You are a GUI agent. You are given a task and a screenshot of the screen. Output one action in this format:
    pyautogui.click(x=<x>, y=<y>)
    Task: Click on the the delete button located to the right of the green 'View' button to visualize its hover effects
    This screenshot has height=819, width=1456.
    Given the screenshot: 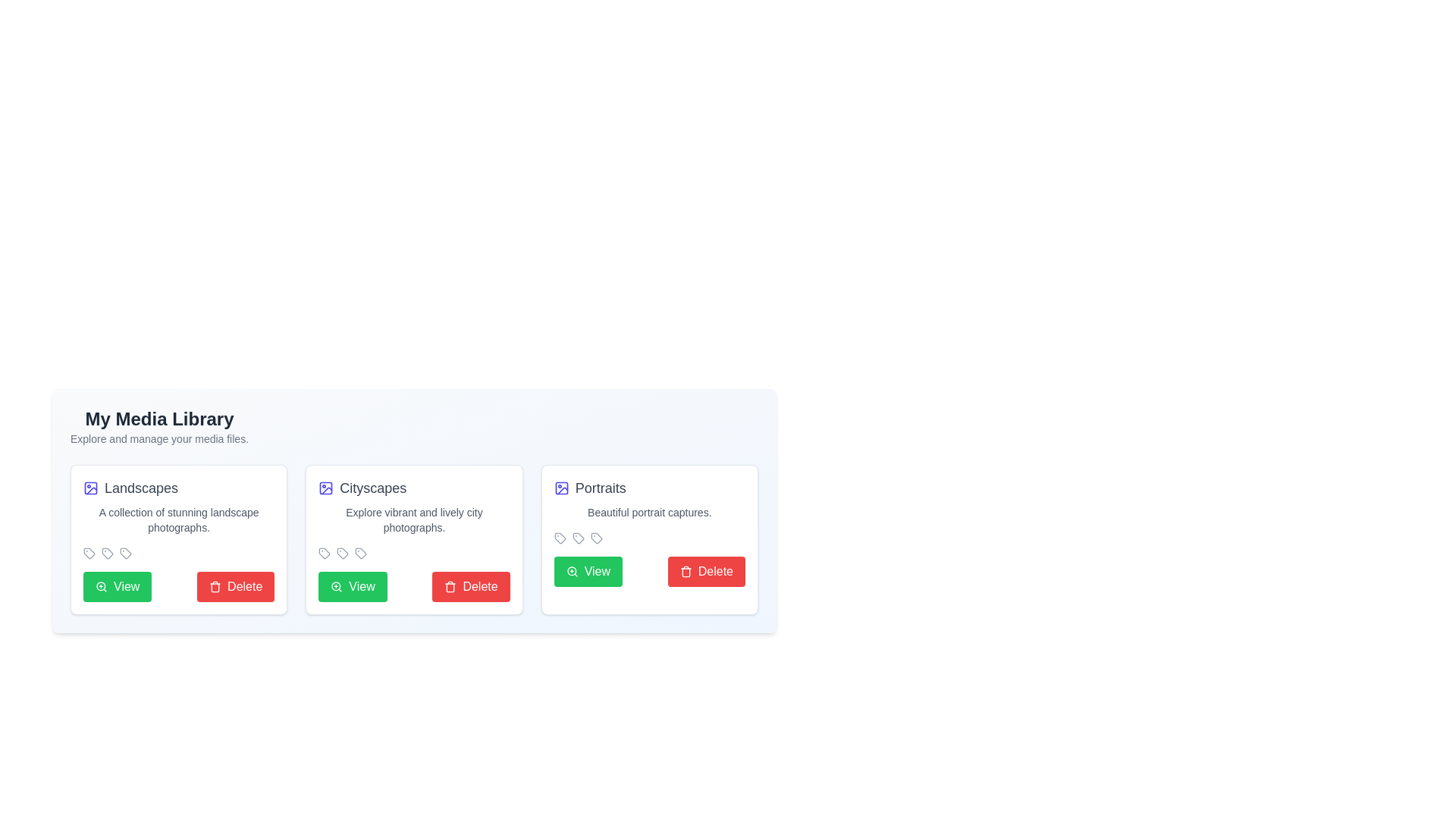 What is the action you would take?
    pyautogui.click(x=235, y=586)
    